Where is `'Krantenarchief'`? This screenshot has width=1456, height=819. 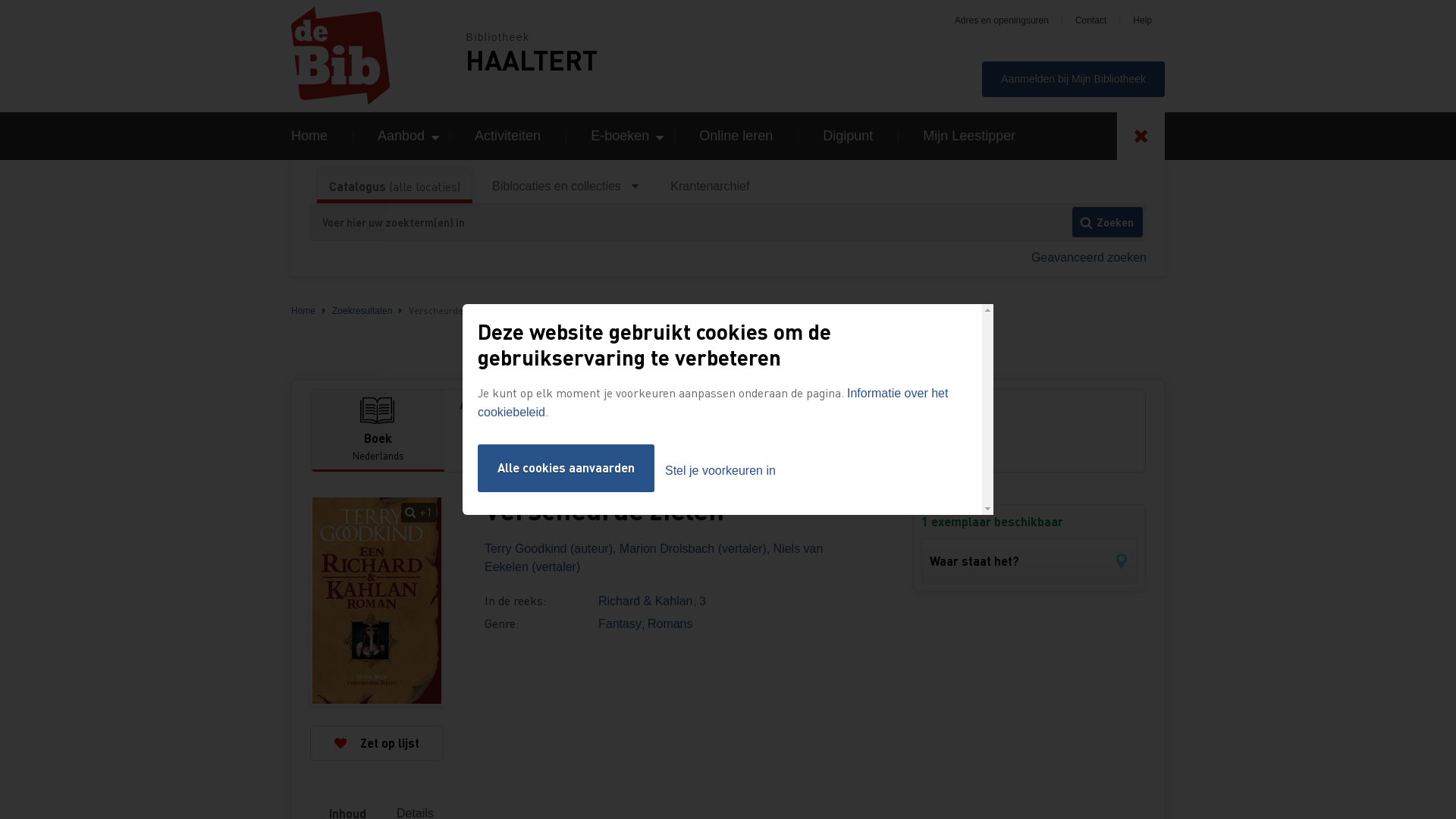
'Krantenarchief' is located at coordinates (709, 186).